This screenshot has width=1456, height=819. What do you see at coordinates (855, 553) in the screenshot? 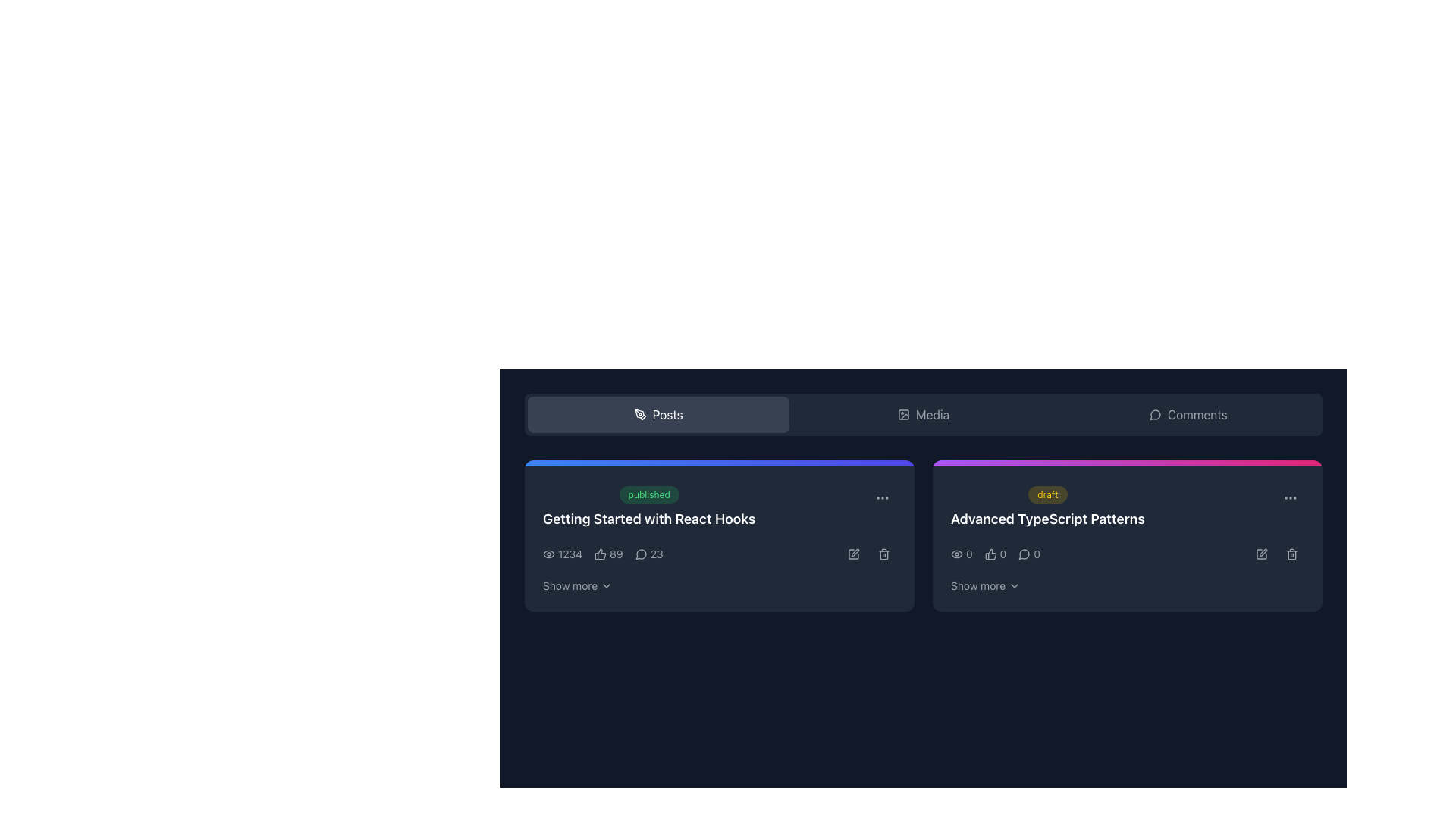
I see `the editing tool icon, which is a small pen icon located in the bottom-right section of the card titled 'Getting Started with React Hooks'` at bounding box center [855, 553].